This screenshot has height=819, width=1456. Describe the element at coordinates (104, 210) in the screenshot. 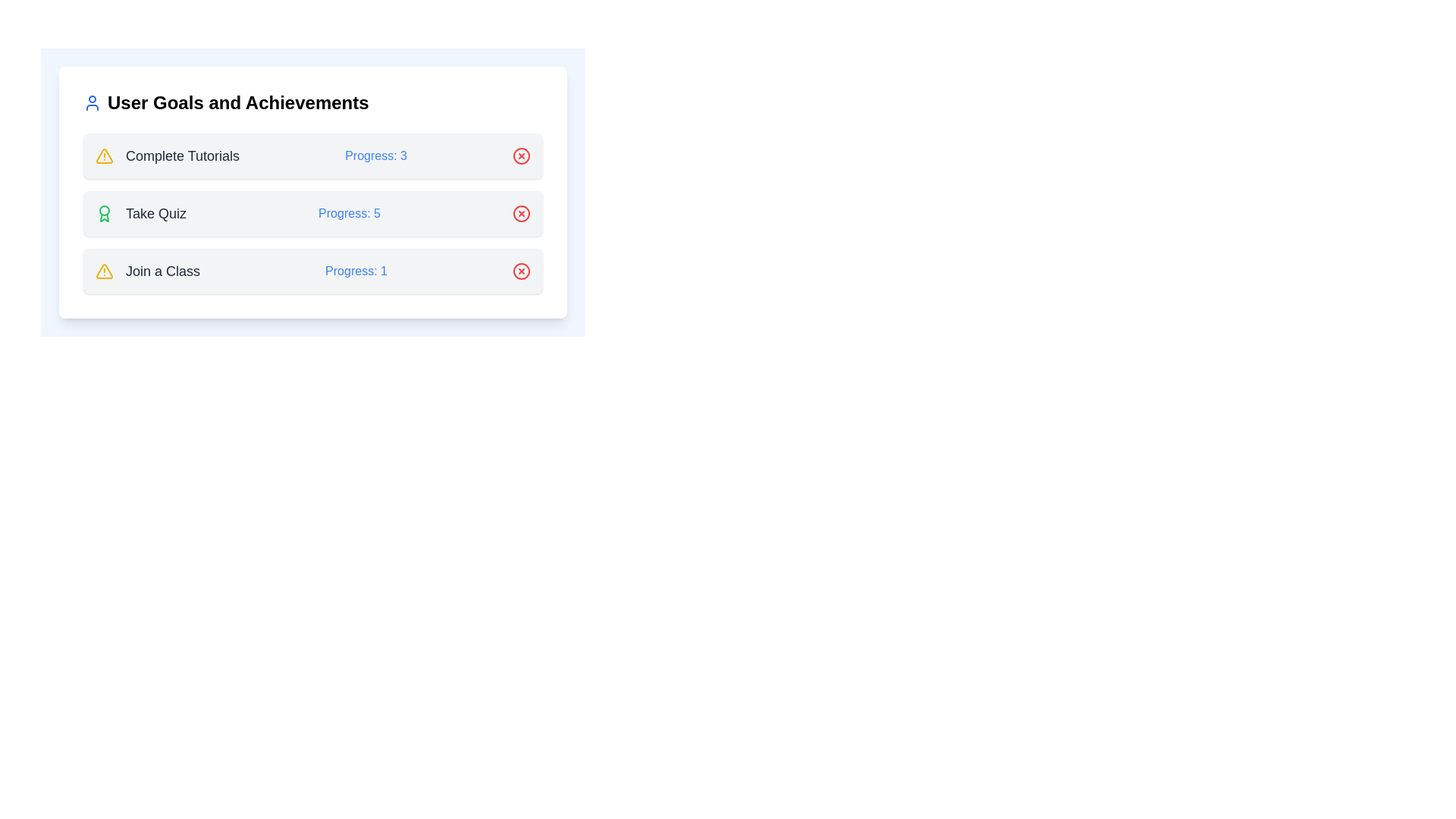

I see `the circular SVG element located to the left of the 'Take Quiz' label in the 'User Goals and Achievements' section using accessibility tools` at that location.